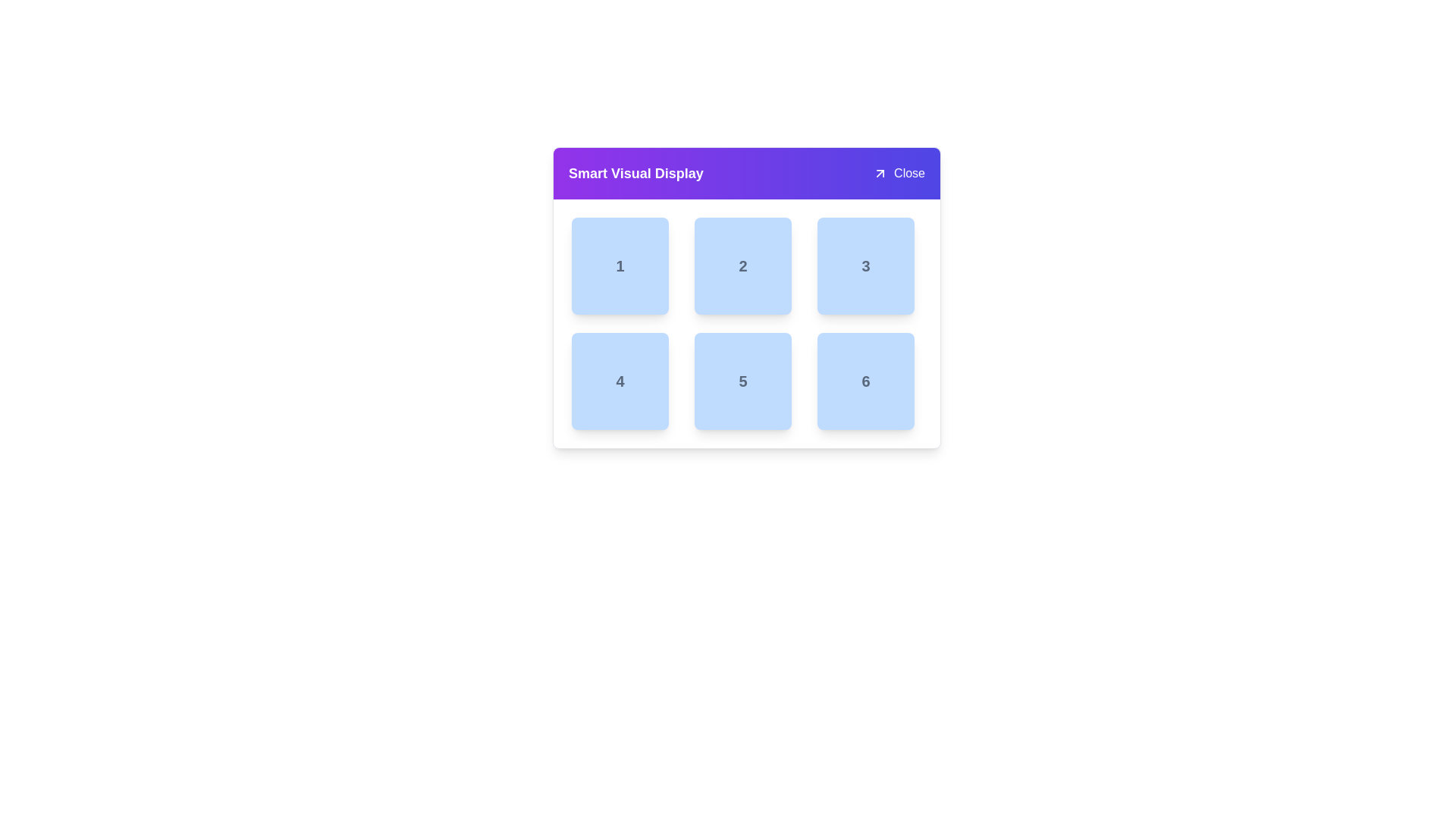  What do you see at coordinates (620, 380) in the screenshot?
I see `the bold numeral '4' displayed in a gray font within the light-blue rectangular box located in the second row and first column of the grid` at bounding box center [620, 380].